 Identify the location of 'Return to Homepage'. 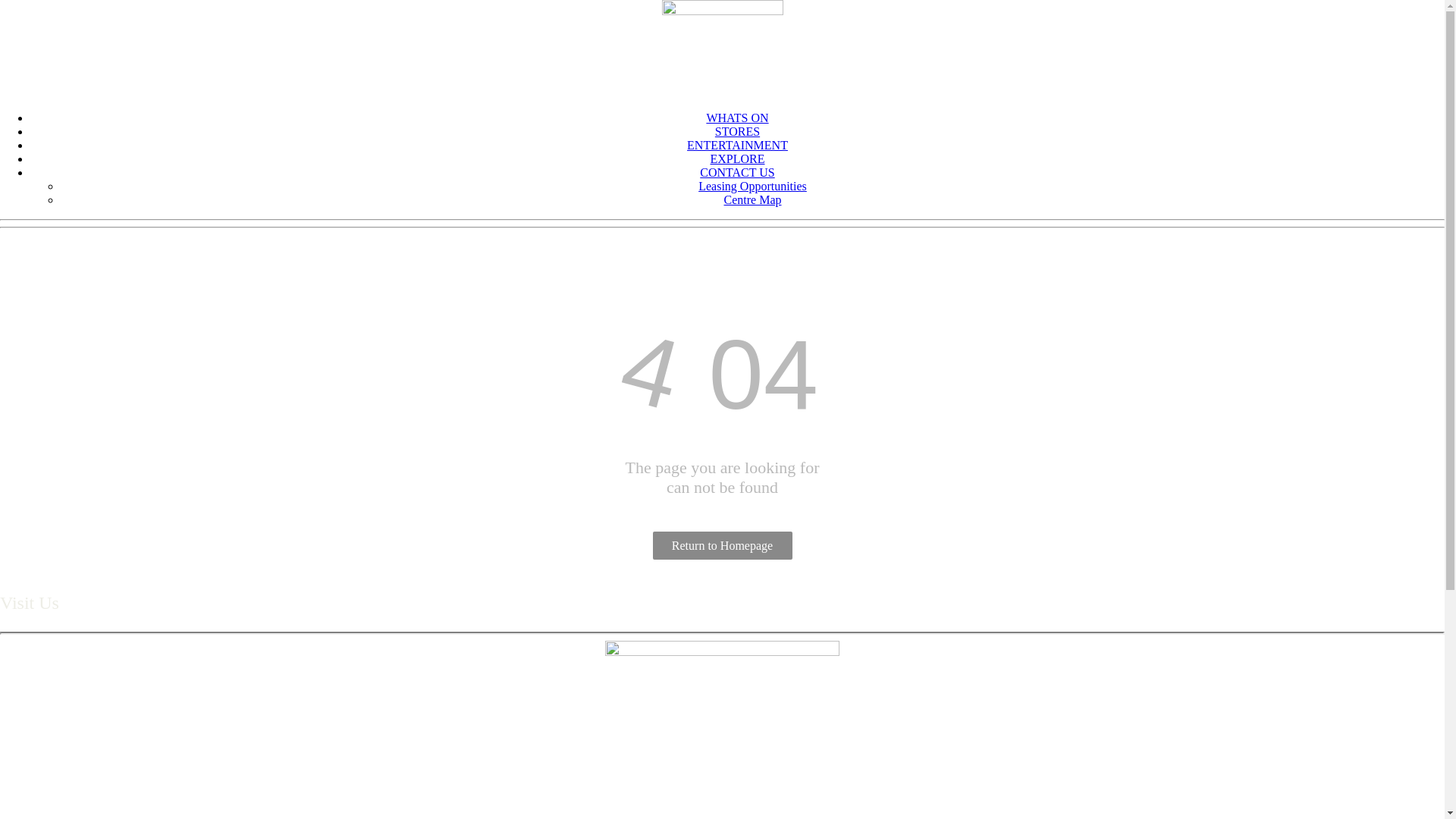
(720, 544).